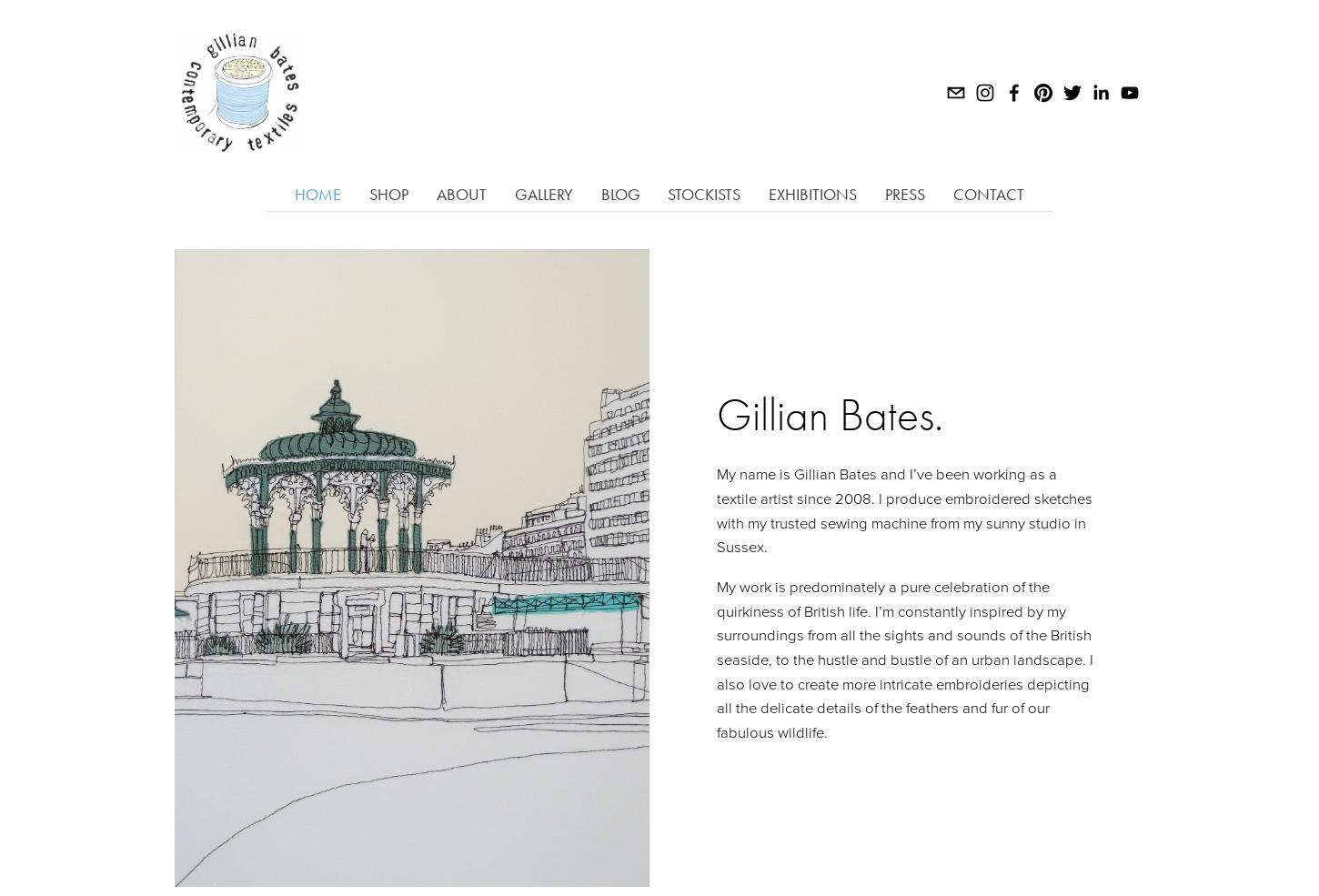  I want to click on 'Exhibitions', so click(811, 193).